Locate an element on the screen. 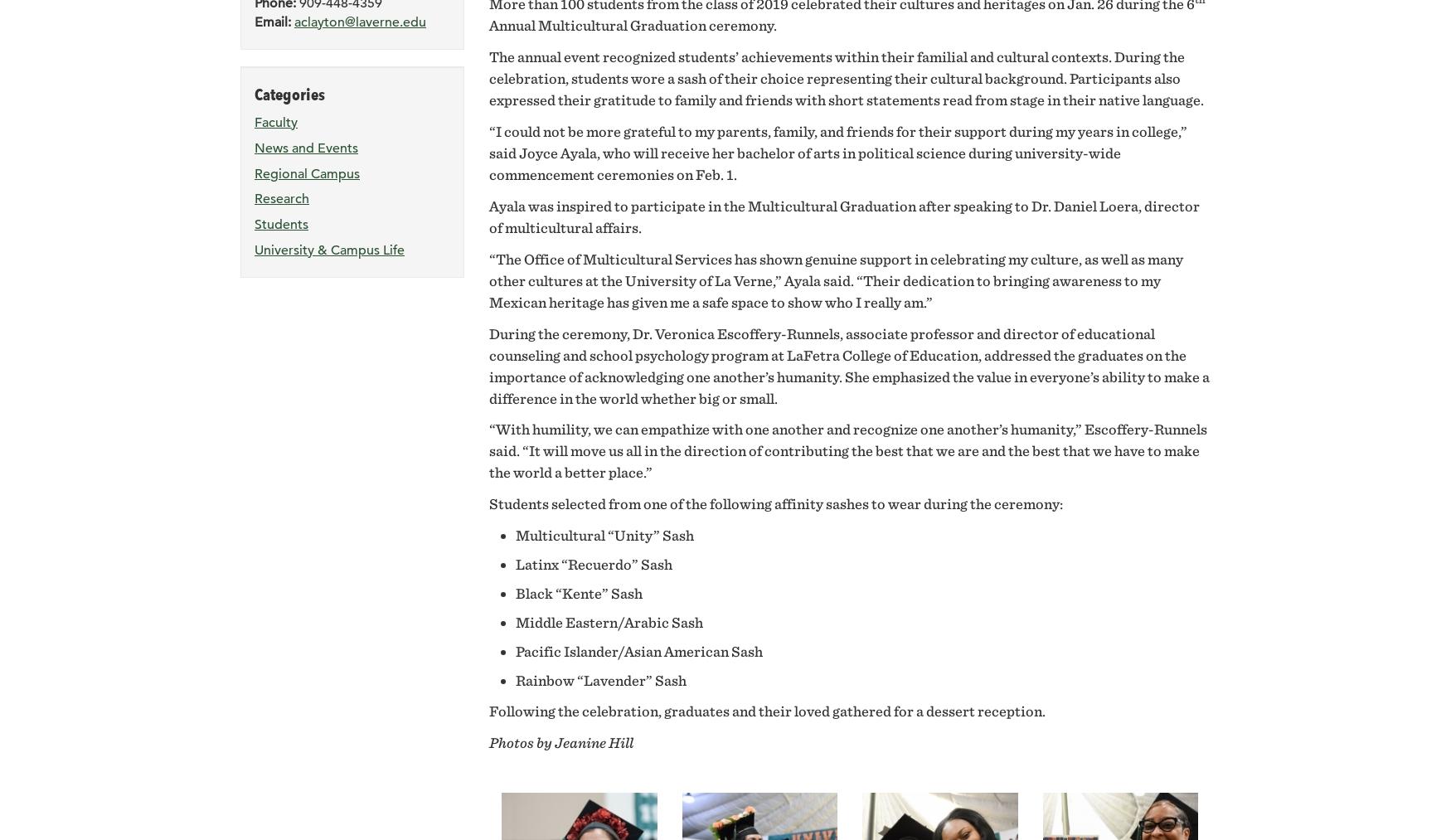 The image size is (1451, 840). 'Email:' is located at coordinates (253, 22).